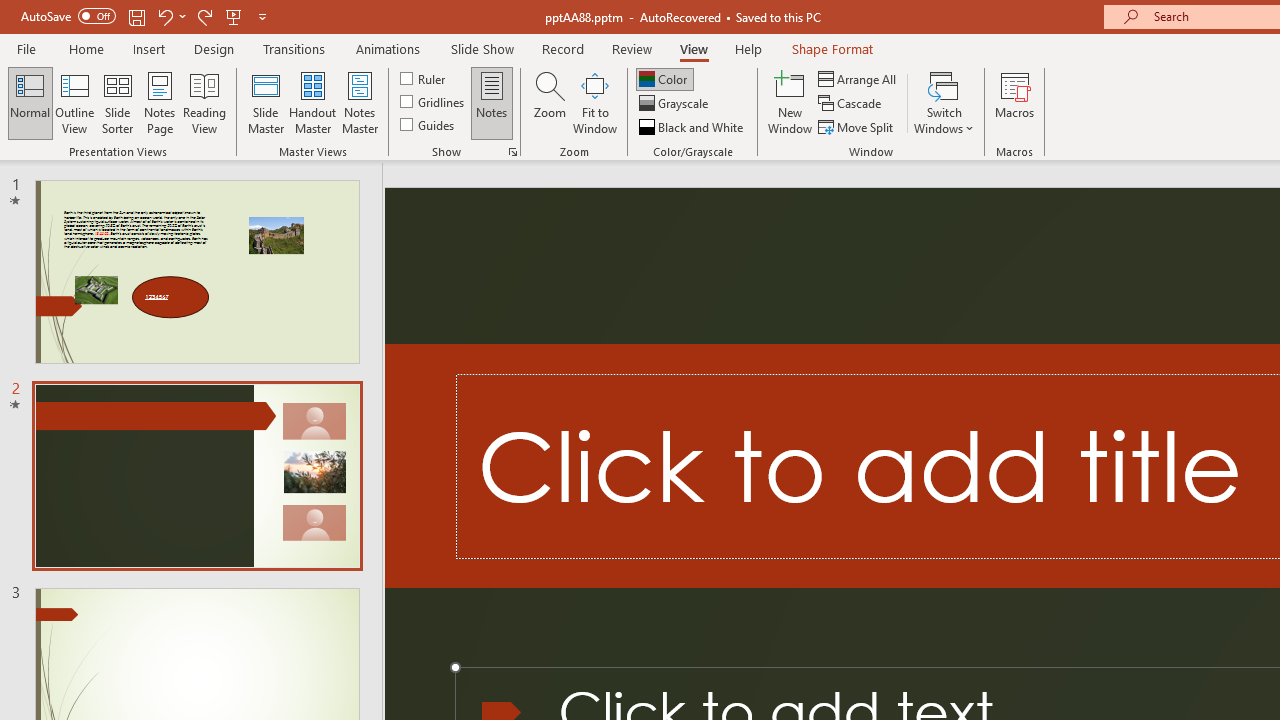 The width and height of the screenshot is (1280, 720). What do you see at coordinates (858, 78) in the screenshot?
I see `'Arrange All'` at bounding box center [858, 78].